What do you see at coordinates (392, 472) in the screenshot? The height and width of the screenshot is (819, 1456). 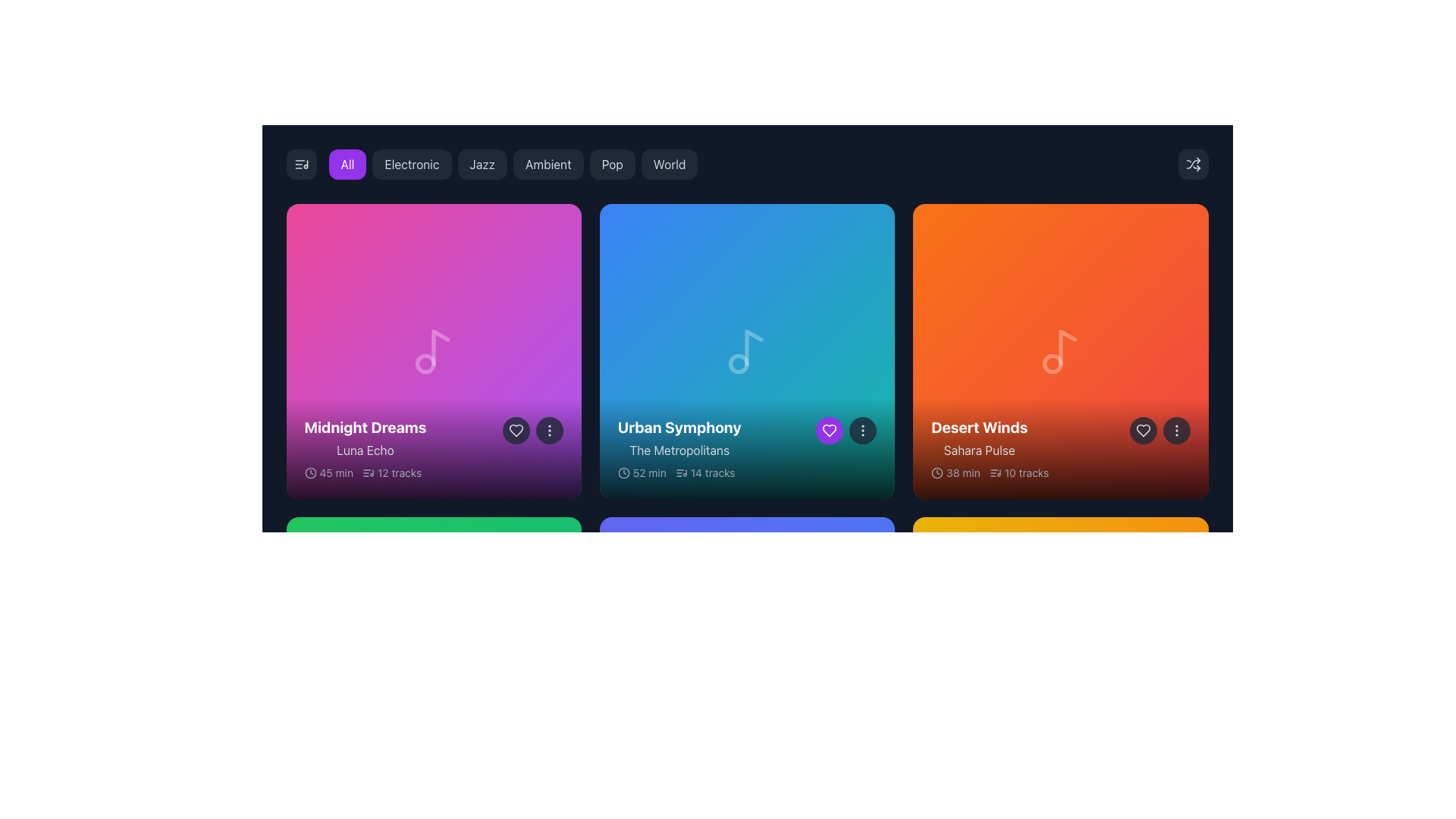 I see `text '12 tracks' from the label with an icon located in the lower-left portion of the 'Midnight Dreams' card, next to the duration '45 min'` at bounding box center [392, 472].